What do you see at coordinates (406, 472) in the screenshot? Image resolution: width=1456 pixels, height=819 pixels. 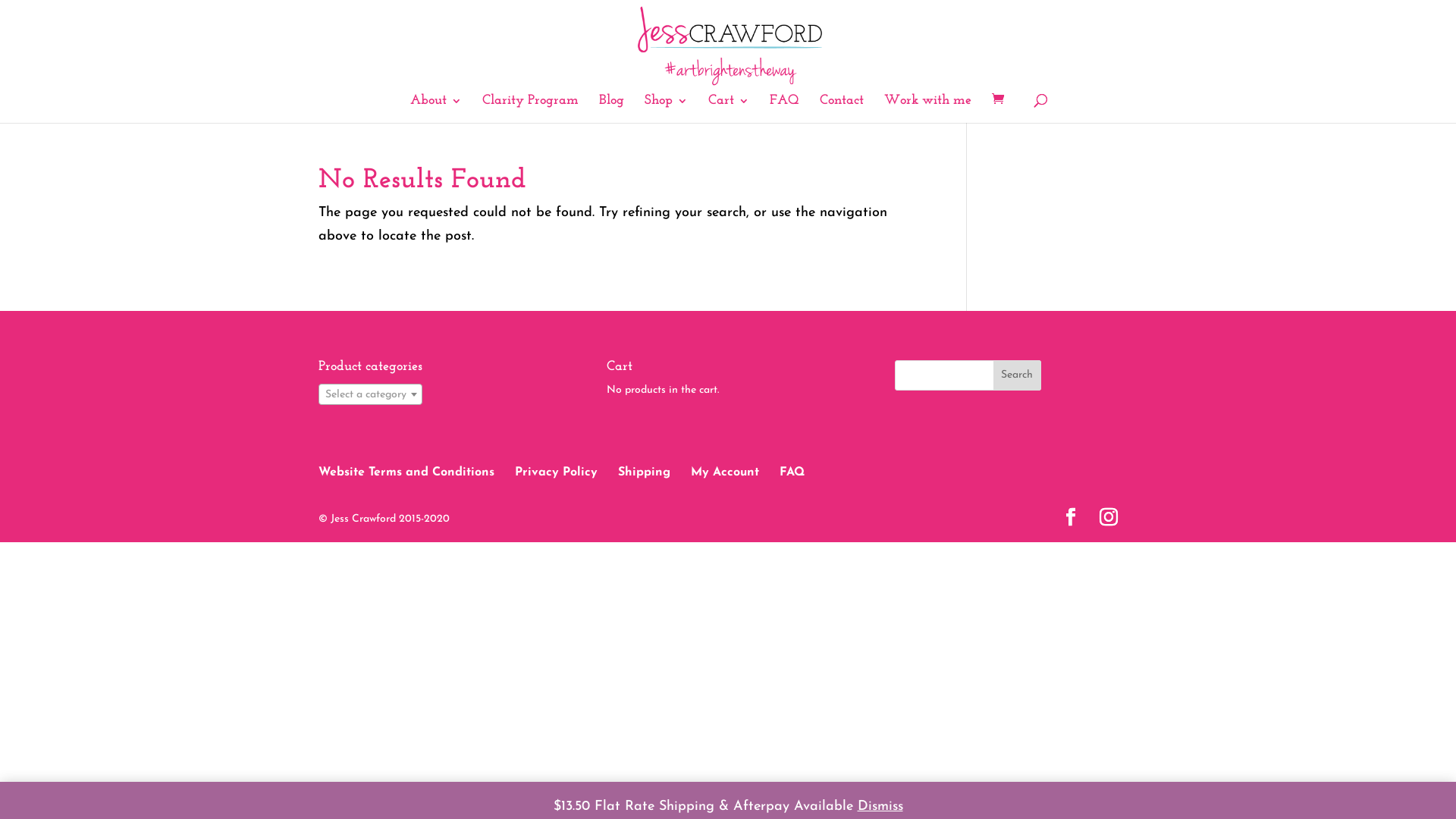 I see `'Website Terms and Conditions'` at bounding box center [406, 472].